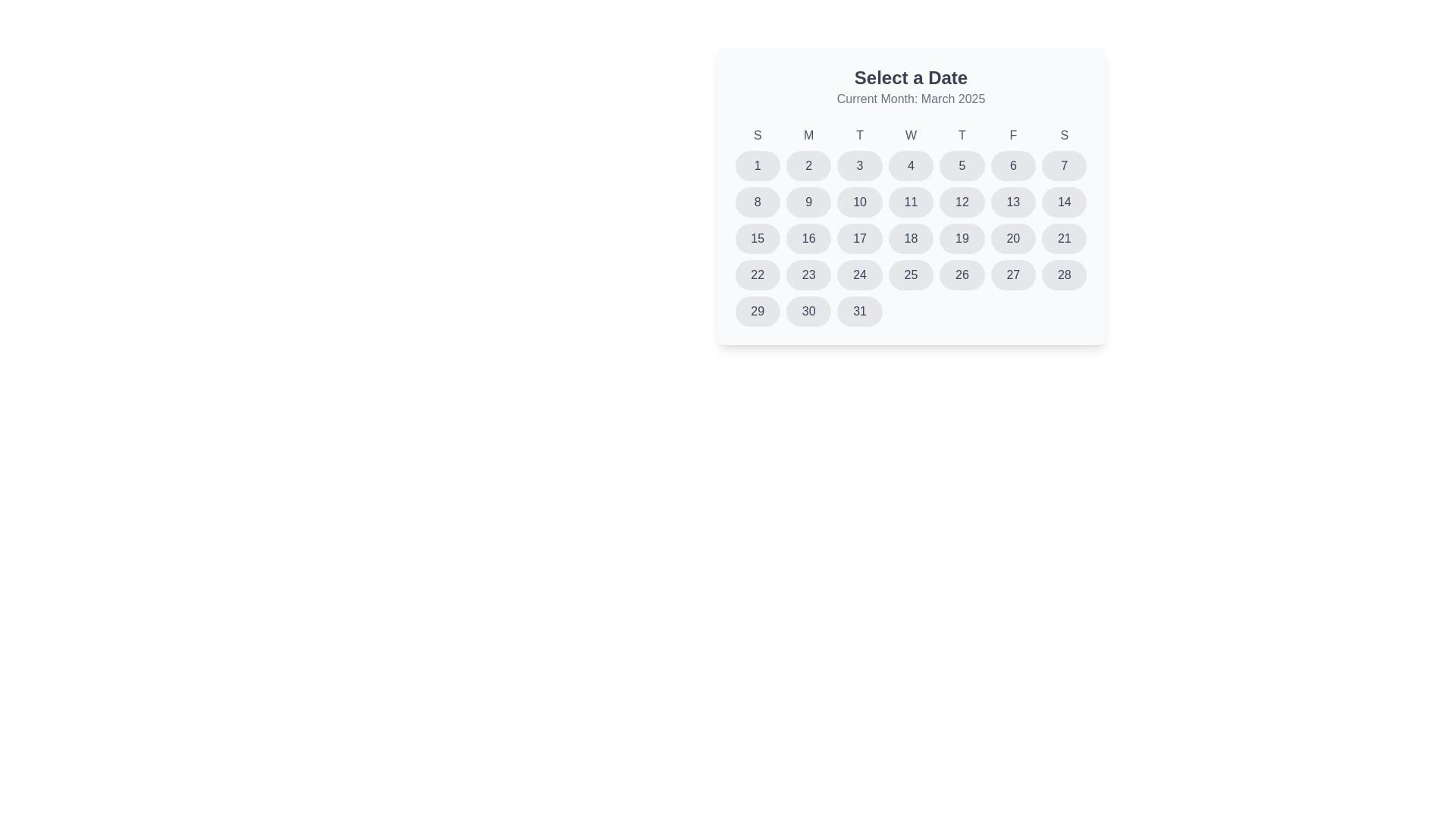 The image size is (1456, 819). Describe the element at coordinates (1013, 239) in the screenshot. I see `the selectable date button representing the 20th day of the month in the calendar interface` at that location.